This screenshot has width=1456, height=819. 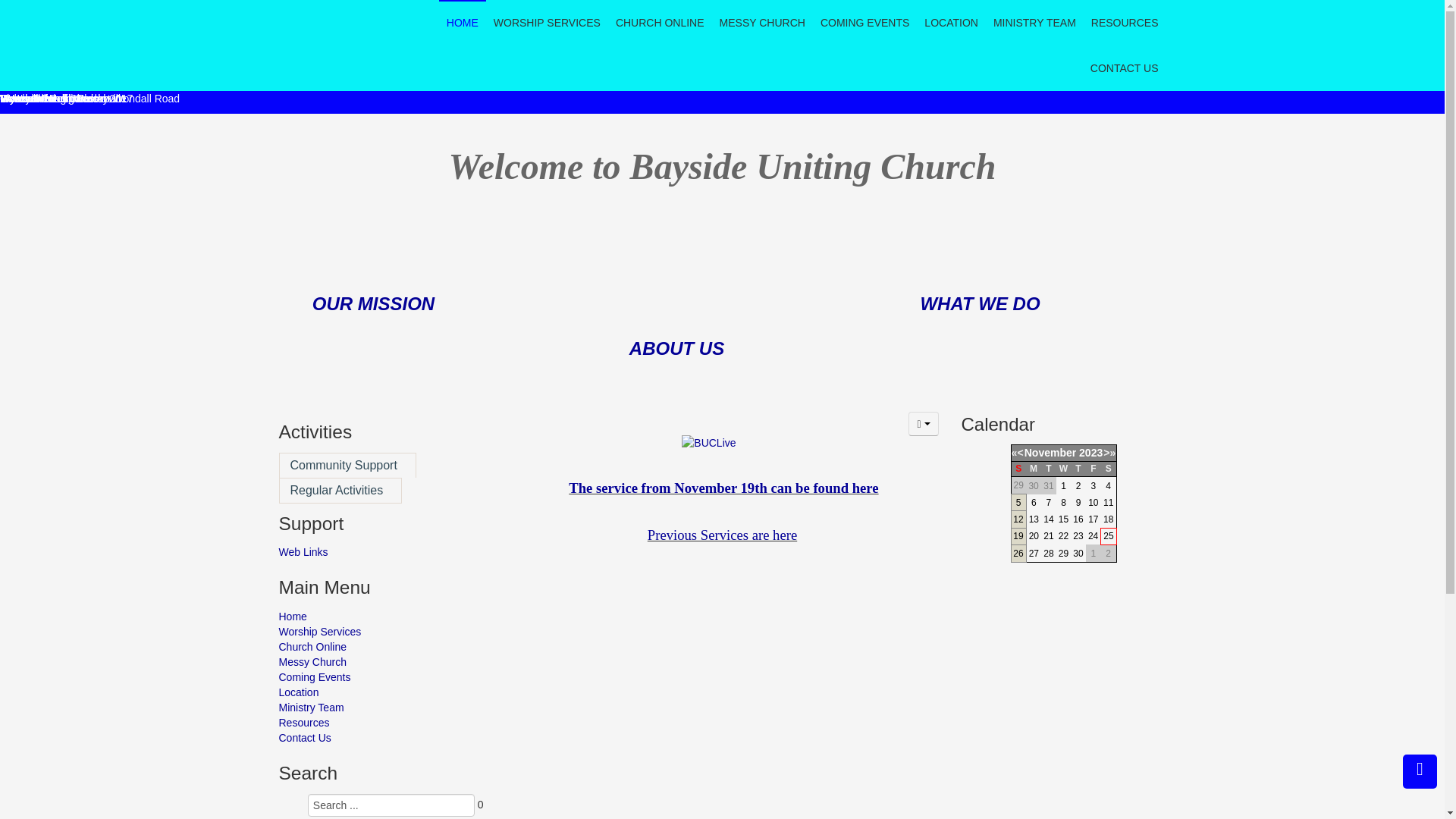 I want to click on '27', so click(x=1033, y=553).